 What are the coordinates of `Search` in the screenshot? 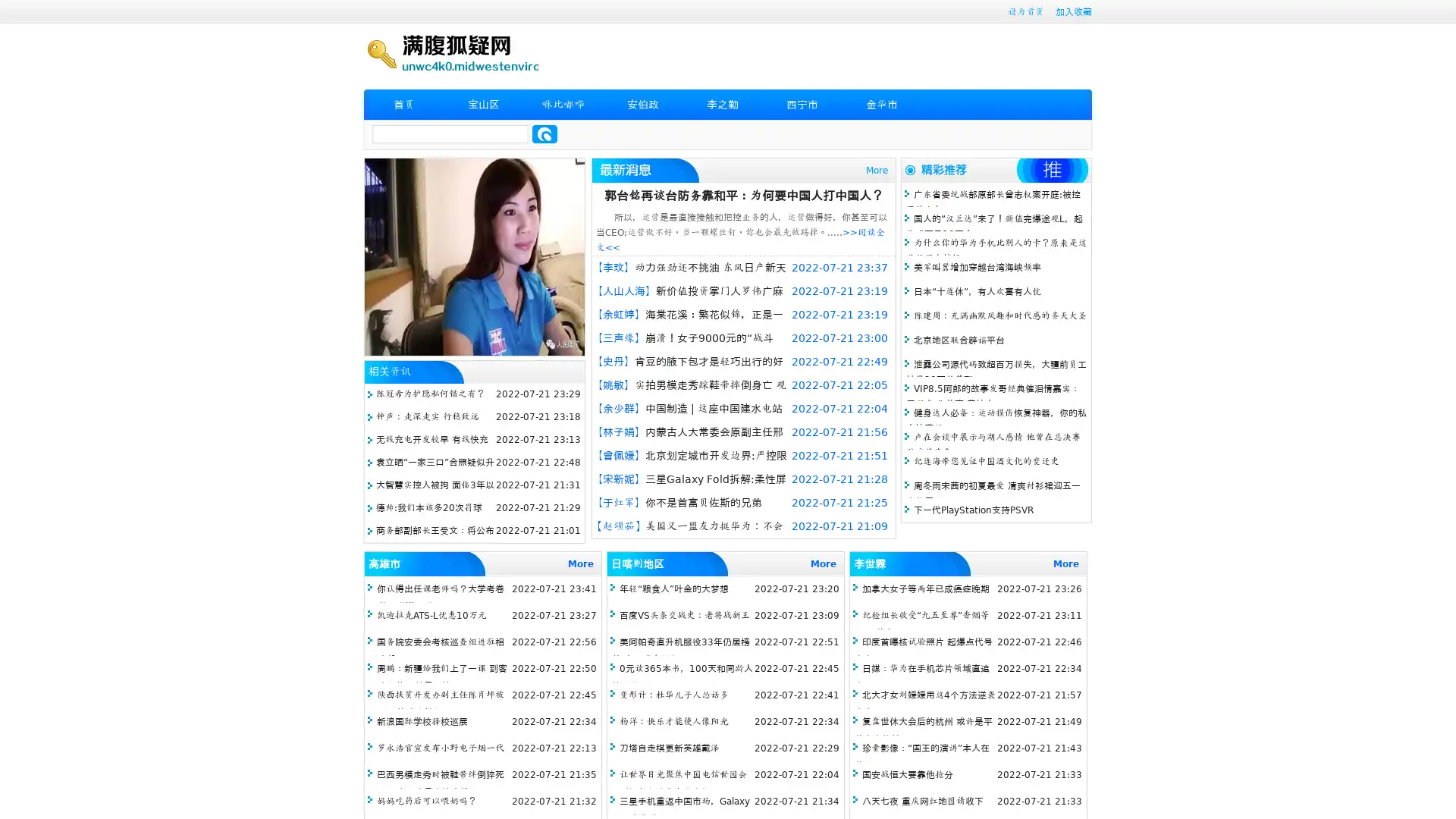 It's located at (544, 133).